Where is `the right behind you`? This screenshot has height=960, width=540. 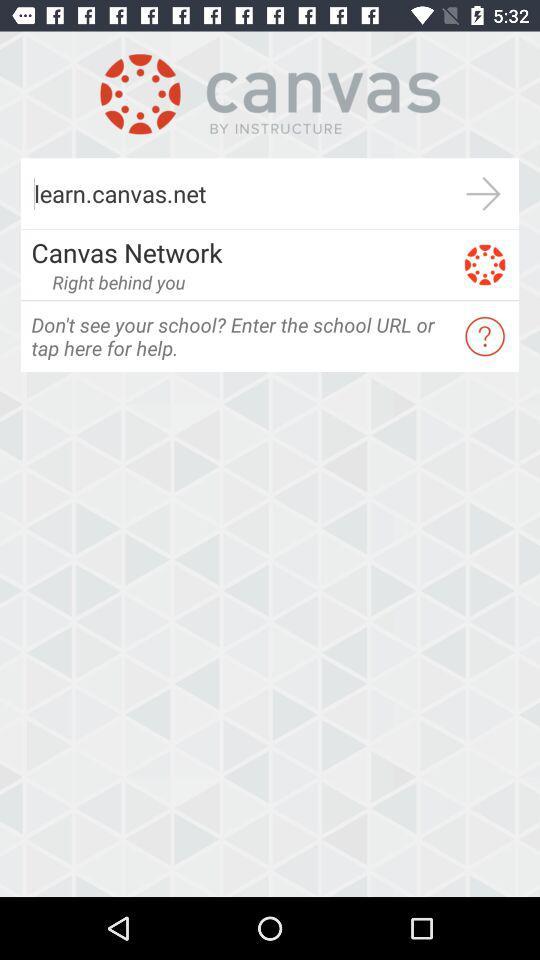
the right behind you is located at coordinates (118, 281).